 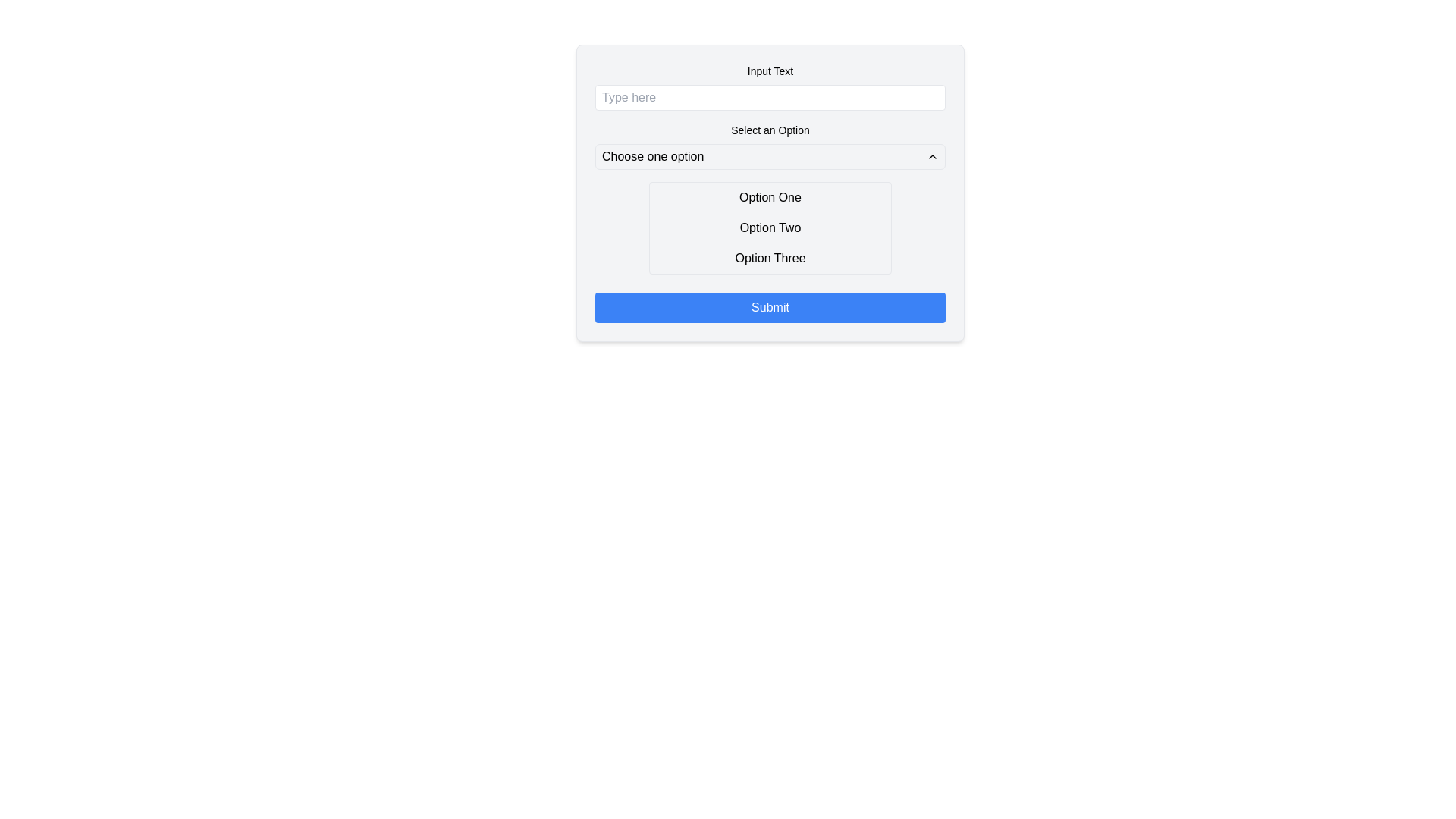 What do you see at coordinates (770, 130) in the screenshot?
I see `the text label that provides context for the dropdown menu, located below the 'Input Text' field and above the 'Choose one option' dropdown` at bounding box center [770, 130].